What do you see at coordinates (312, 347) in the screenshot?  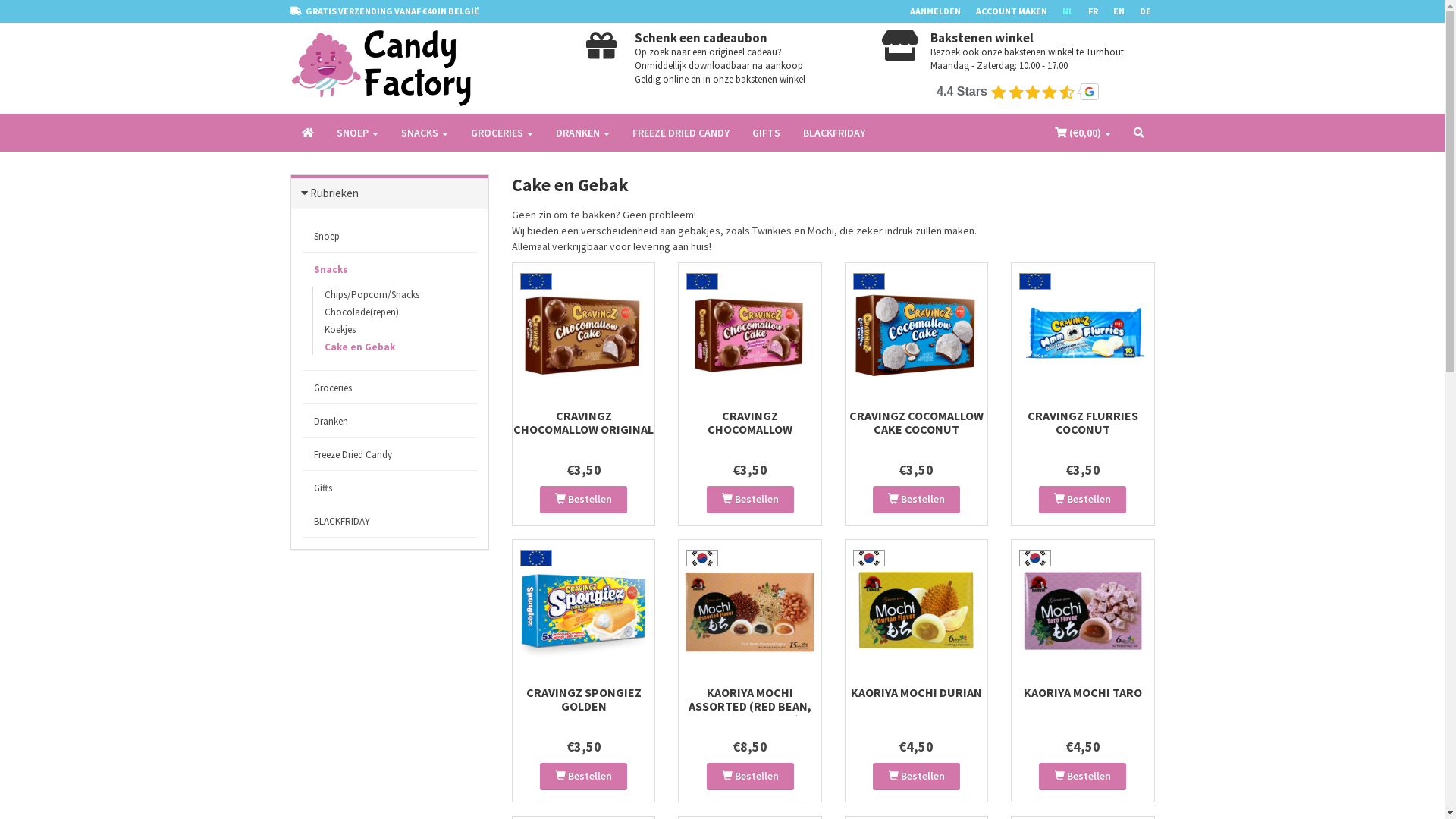 I see `'Cake en Gebak'` at bounding box center [312, 347].